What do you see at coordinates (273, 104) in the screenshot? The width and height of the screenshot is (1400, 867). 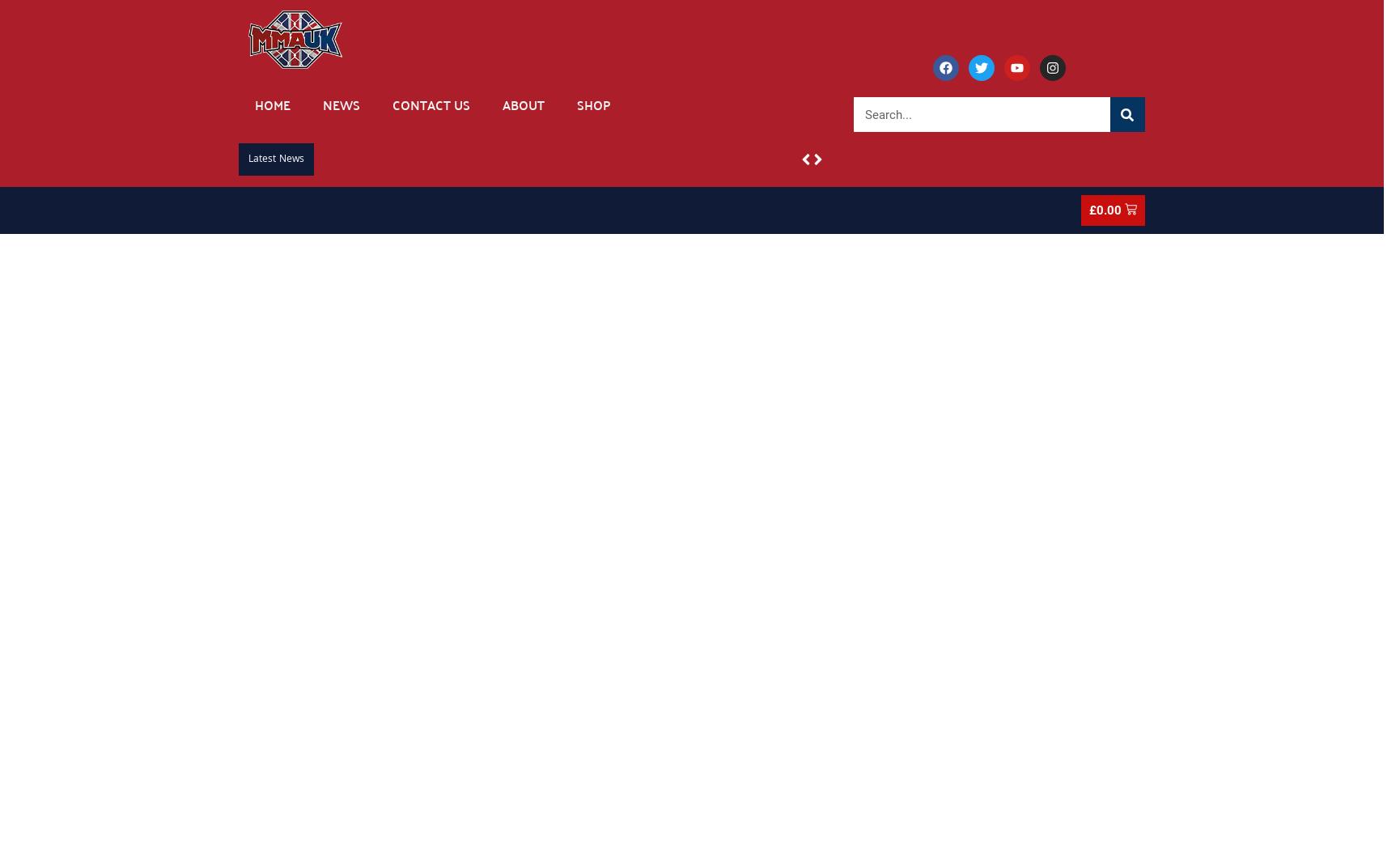 I see `'Home'` at bounding box center [273, 104].